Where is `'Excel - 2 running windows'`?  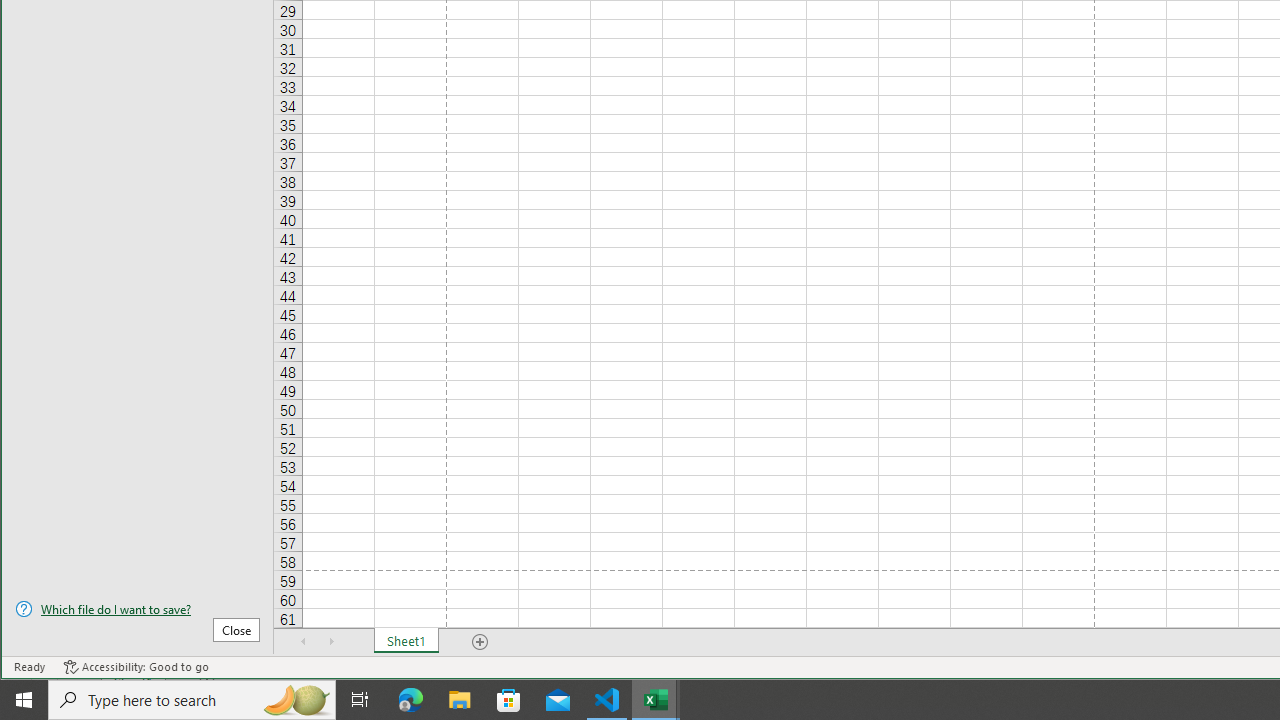
'Excel - 2 running windows' is located at coordinates (656, 698).